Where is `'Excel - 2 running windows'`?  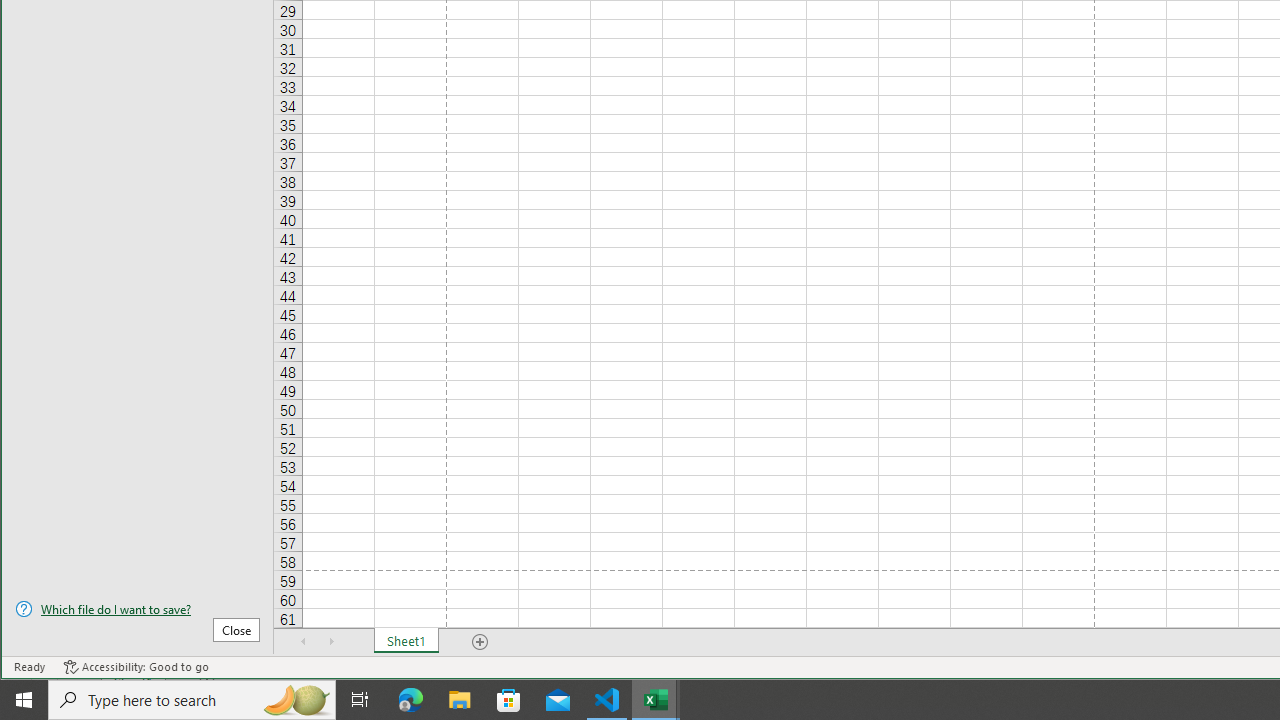
'Excel - 2 running windows' is located at coordinates (656, 698).